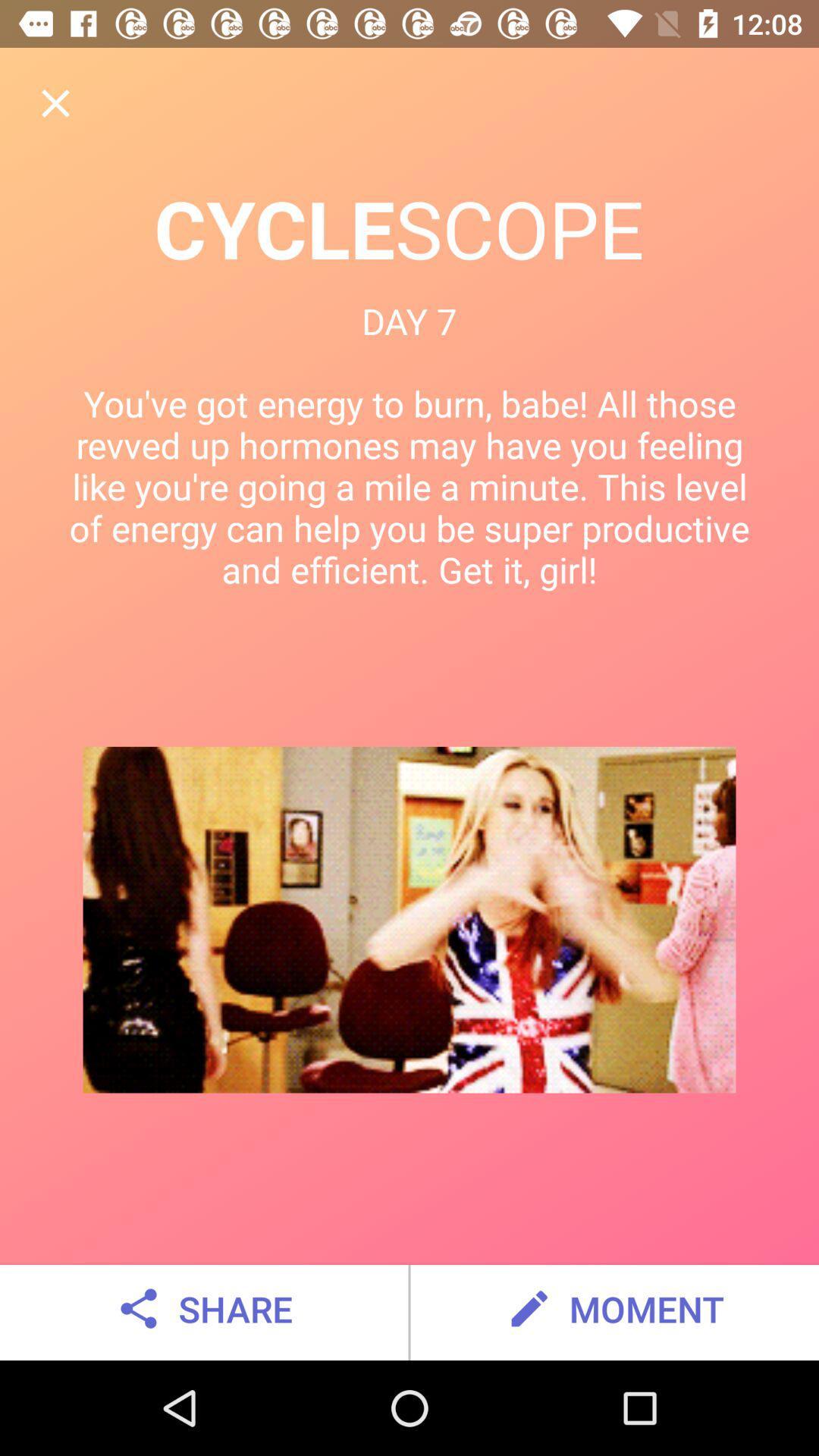 Image resolution: width=819 pixels, height=1456 pixels. Describe the element at coordinates (55, 102) in the screenshot. I see `autoplay option switch autoplay option` at that location.